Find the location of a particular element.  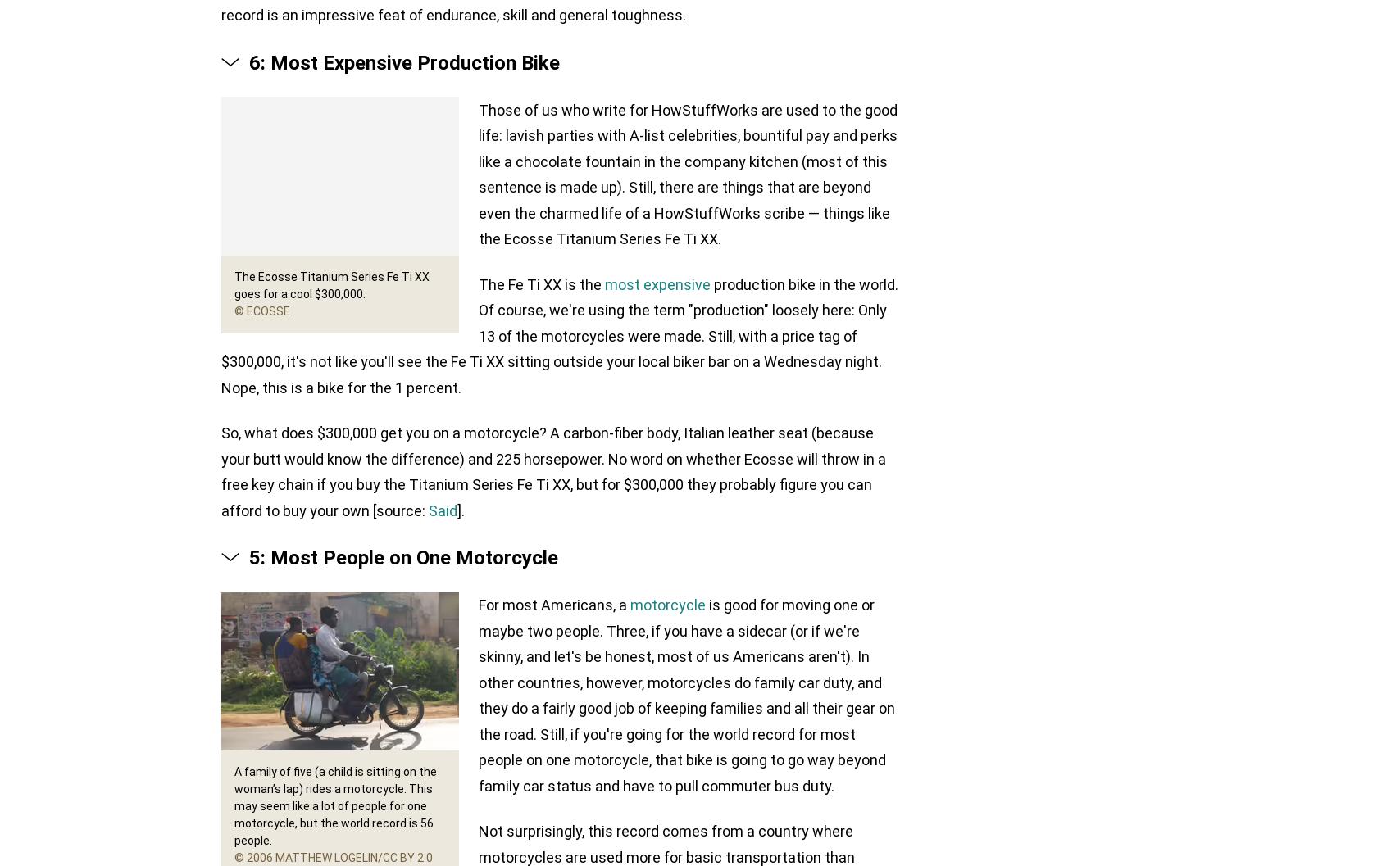

'A family of five (a child is sitting on the woman’s lap) rides a motorcycle. This may seem like a lot of people for one motorcycle, but the world record is 56 people.' is located at coordinates (335, 805).